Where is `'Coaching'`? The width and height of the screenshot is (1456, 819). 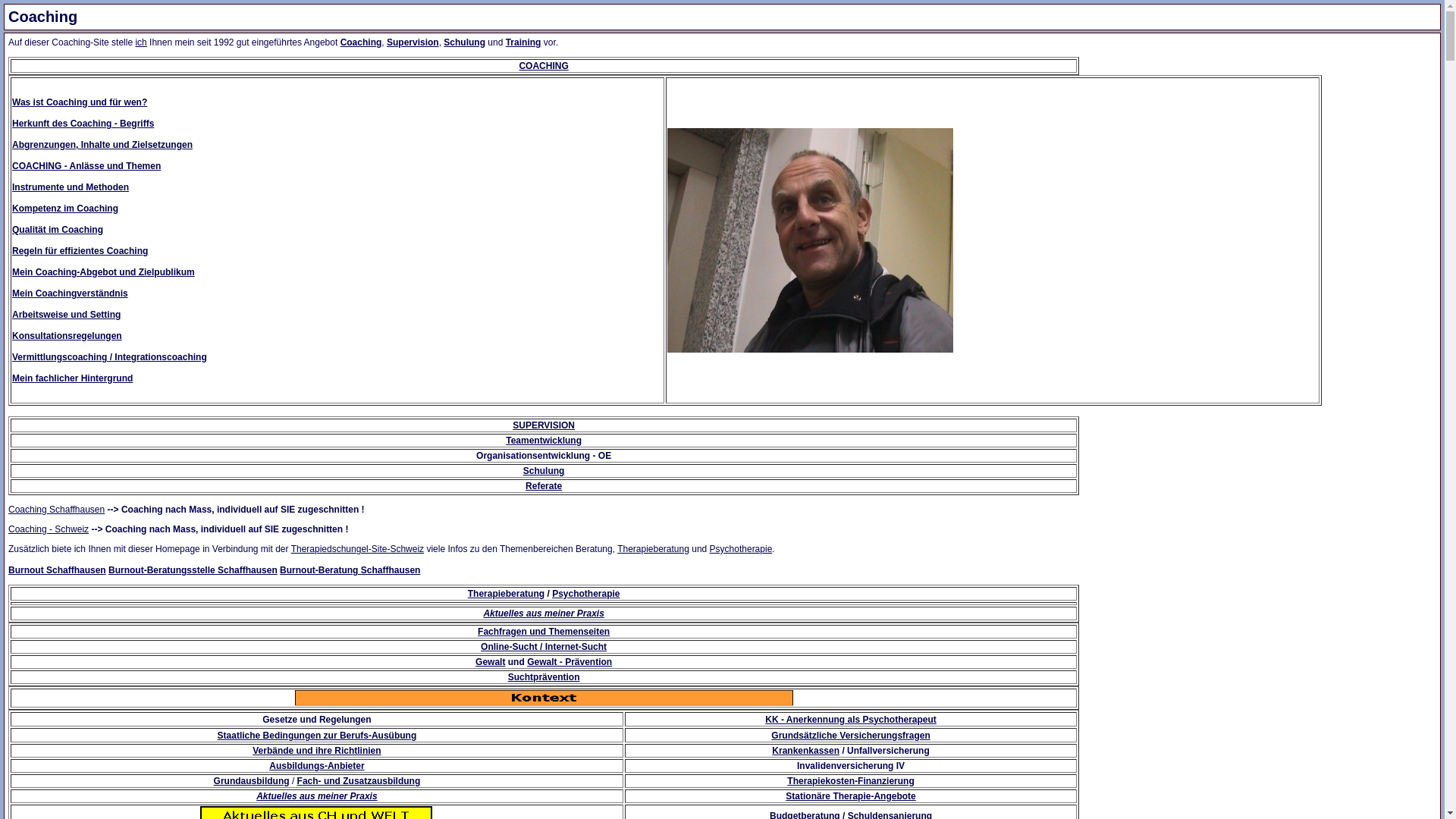 'Coaching' is located at coordinates (360, 42).